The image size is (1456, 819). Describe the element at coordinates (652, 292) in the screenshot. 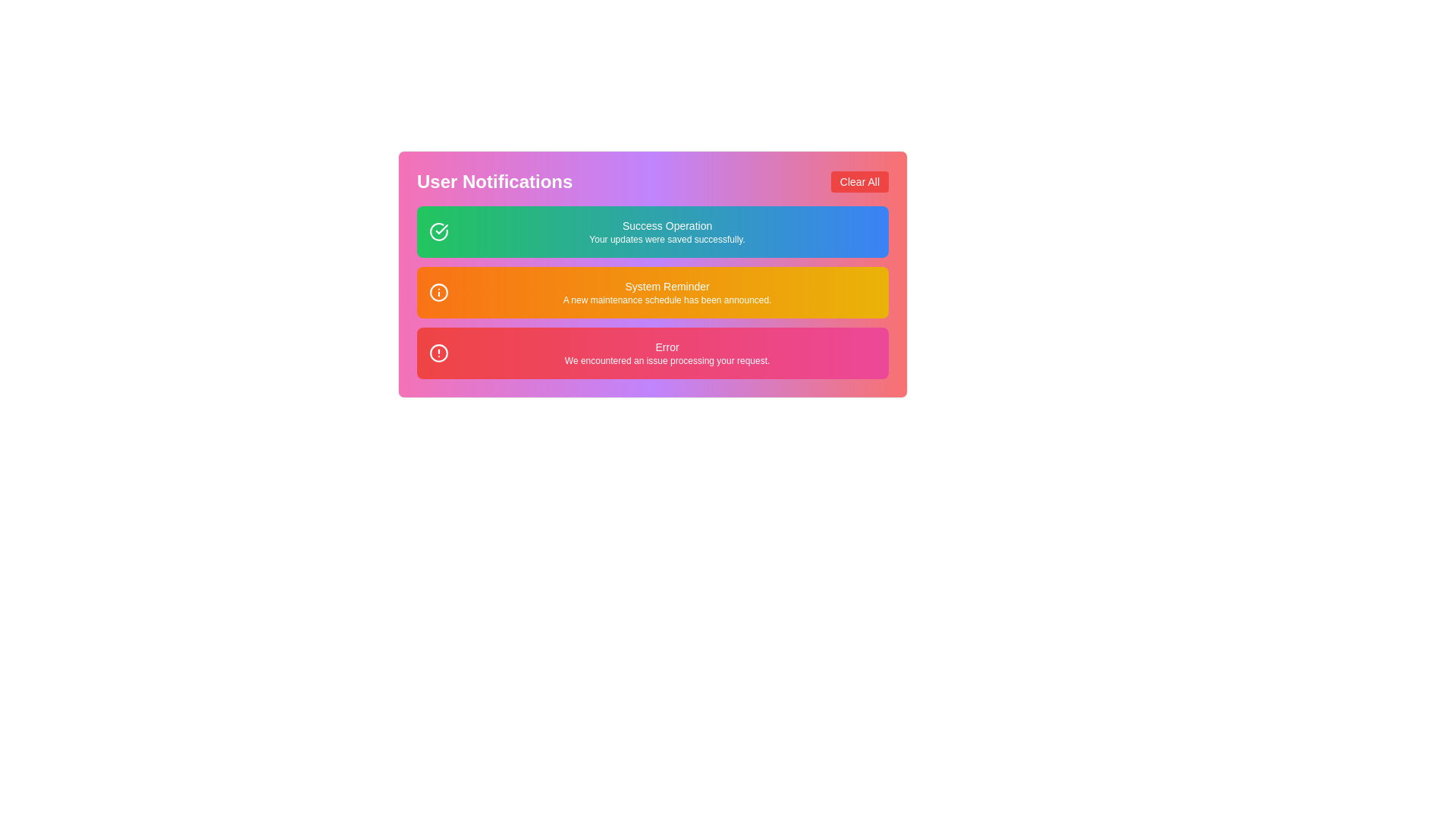

I see `notifications from the Notification list located in the 'User Notifications' section, which features a vertical stack of colorful gradient entries` at that location.